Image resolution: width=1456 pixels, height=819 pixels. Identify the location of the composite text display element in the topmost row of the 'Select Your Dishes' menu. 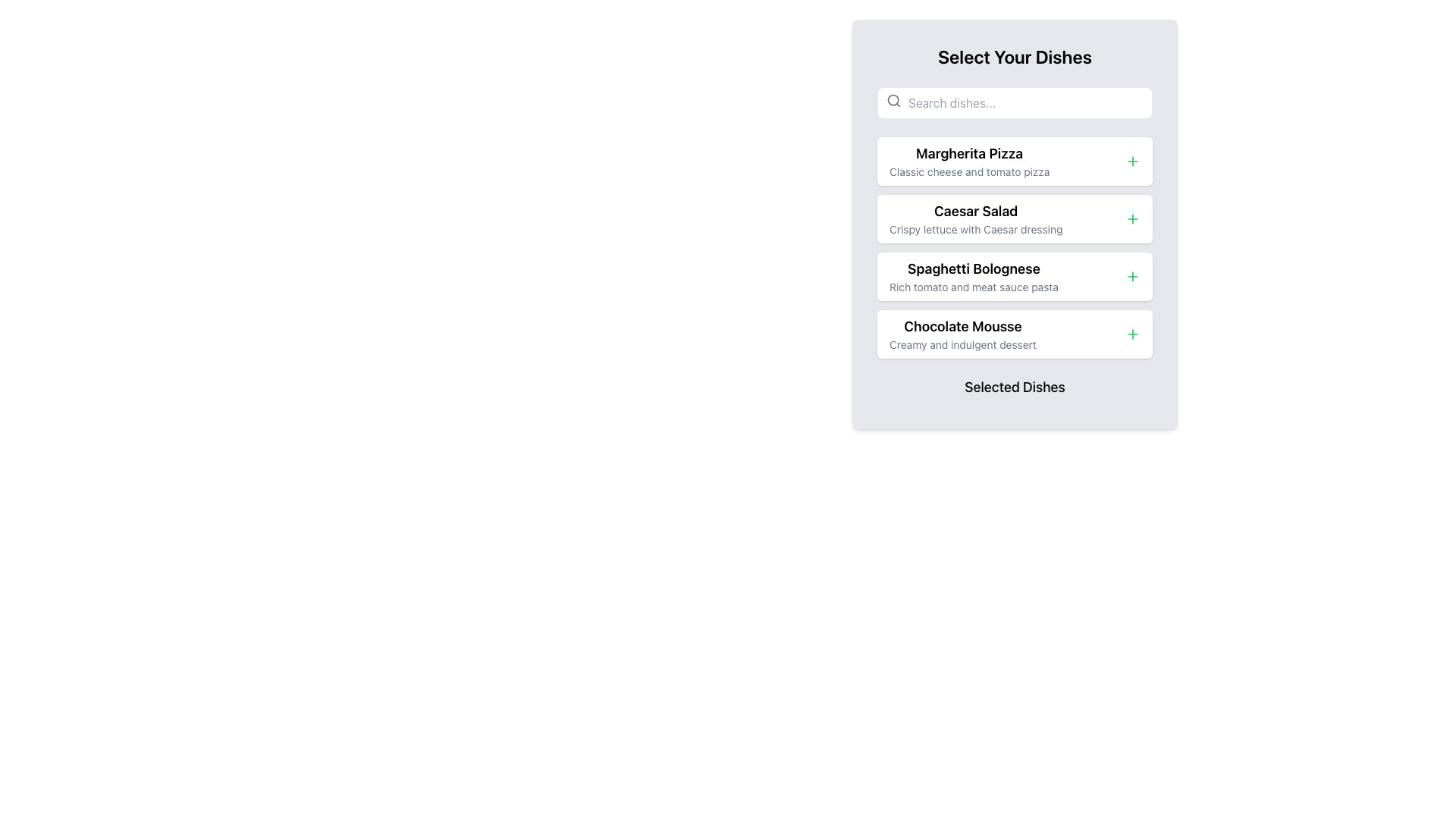
(968, 161).